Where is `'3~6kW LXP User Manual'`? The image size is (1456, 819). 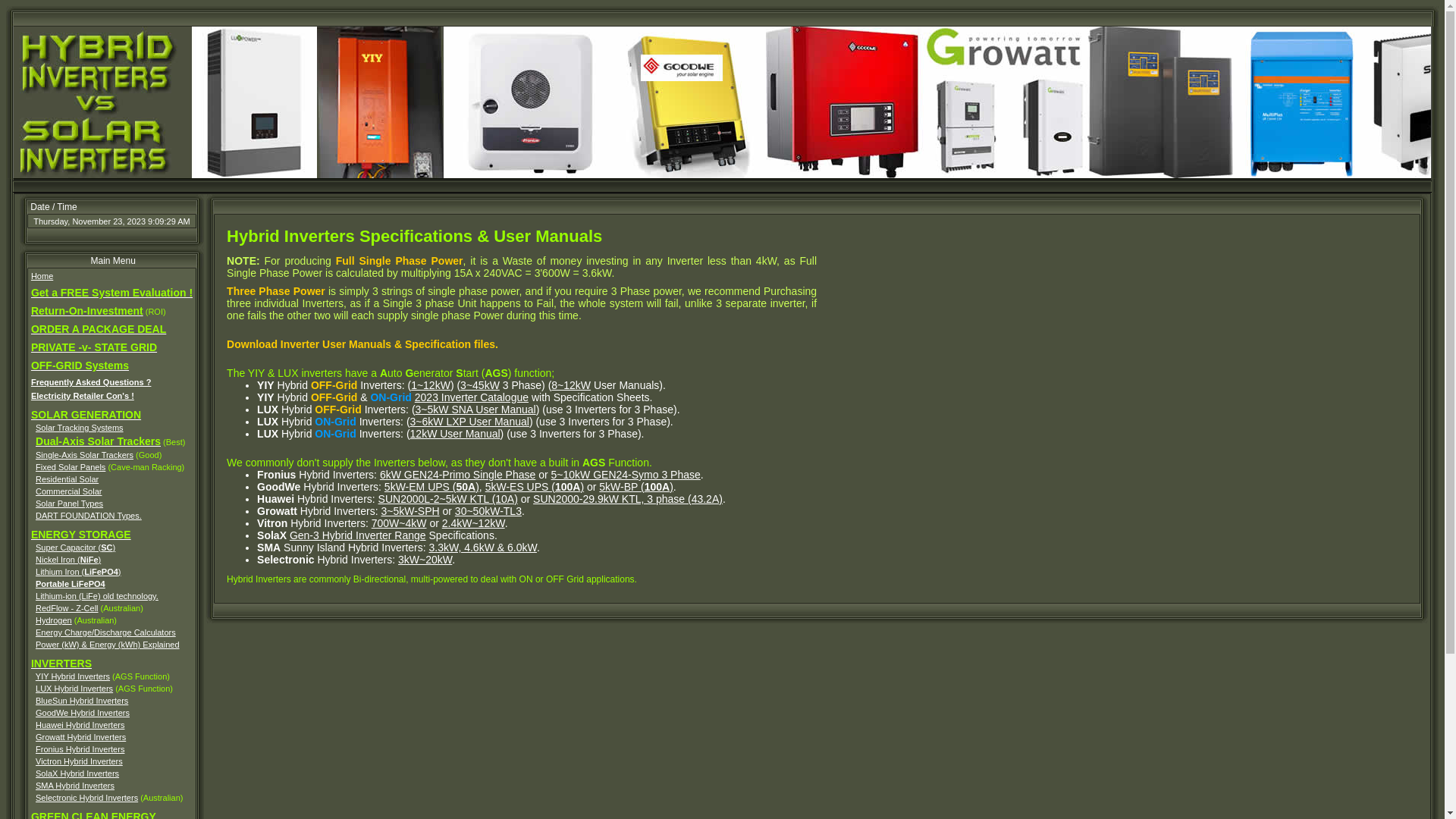
'3~6kW LXP User Manual' is located at coordinates (469, 421).